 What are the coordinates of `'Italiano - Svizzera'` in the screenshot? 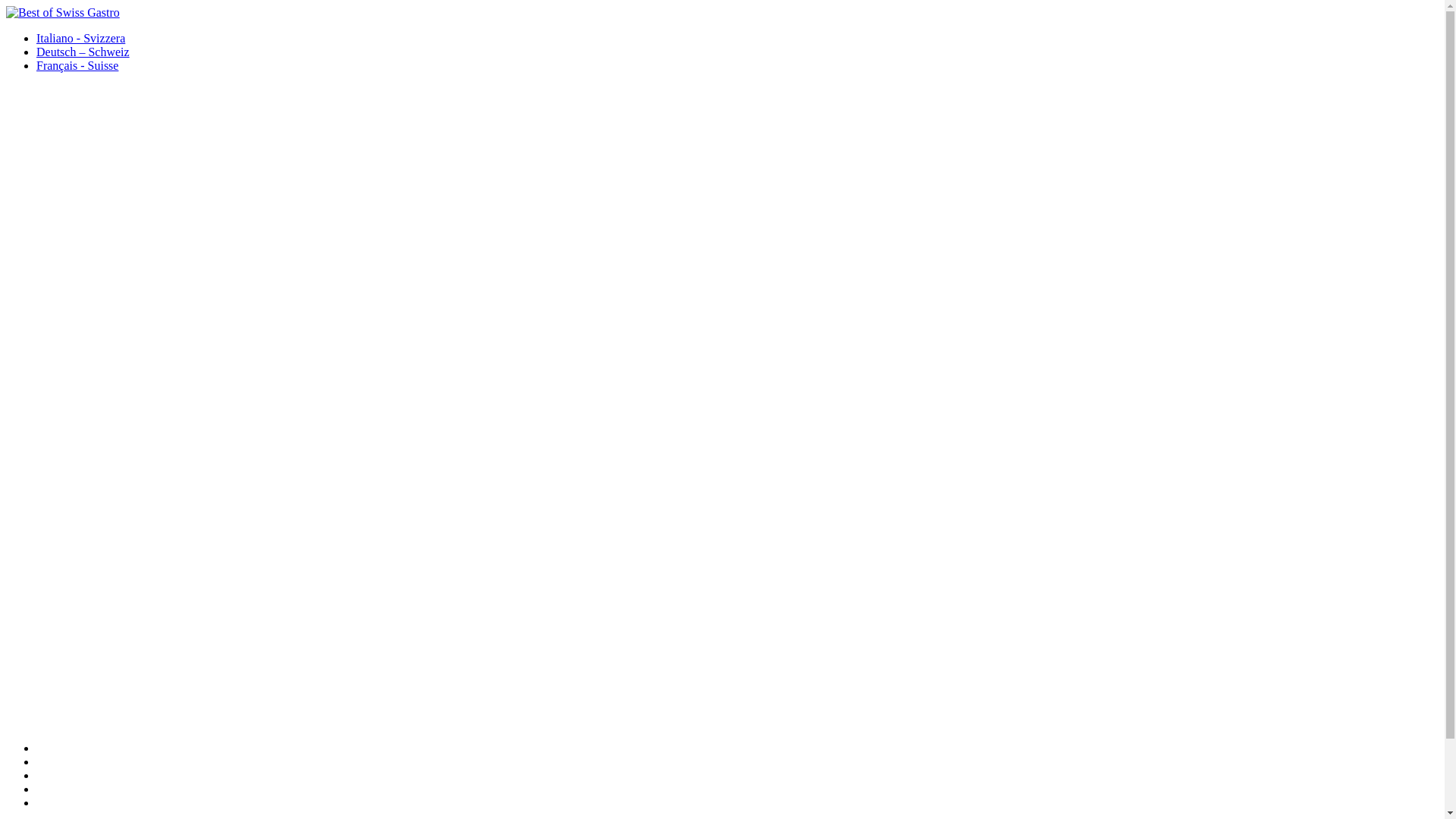 It's located at (80, 37).